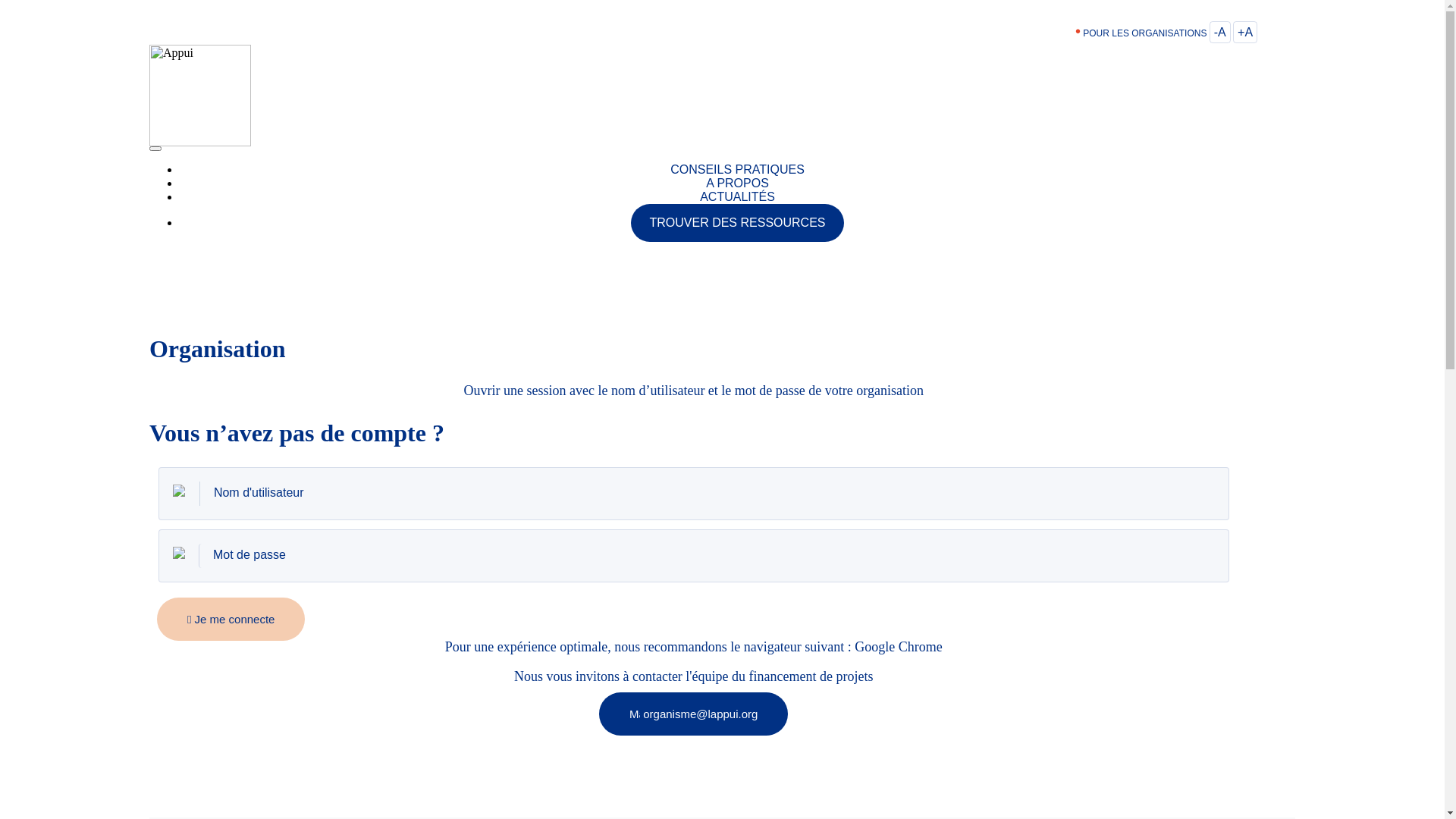  What do you see at coordinates (737, 169) in the screenshot?
I see `'CONSEILS PRATIQUES'` at bounding box center [737, 169].